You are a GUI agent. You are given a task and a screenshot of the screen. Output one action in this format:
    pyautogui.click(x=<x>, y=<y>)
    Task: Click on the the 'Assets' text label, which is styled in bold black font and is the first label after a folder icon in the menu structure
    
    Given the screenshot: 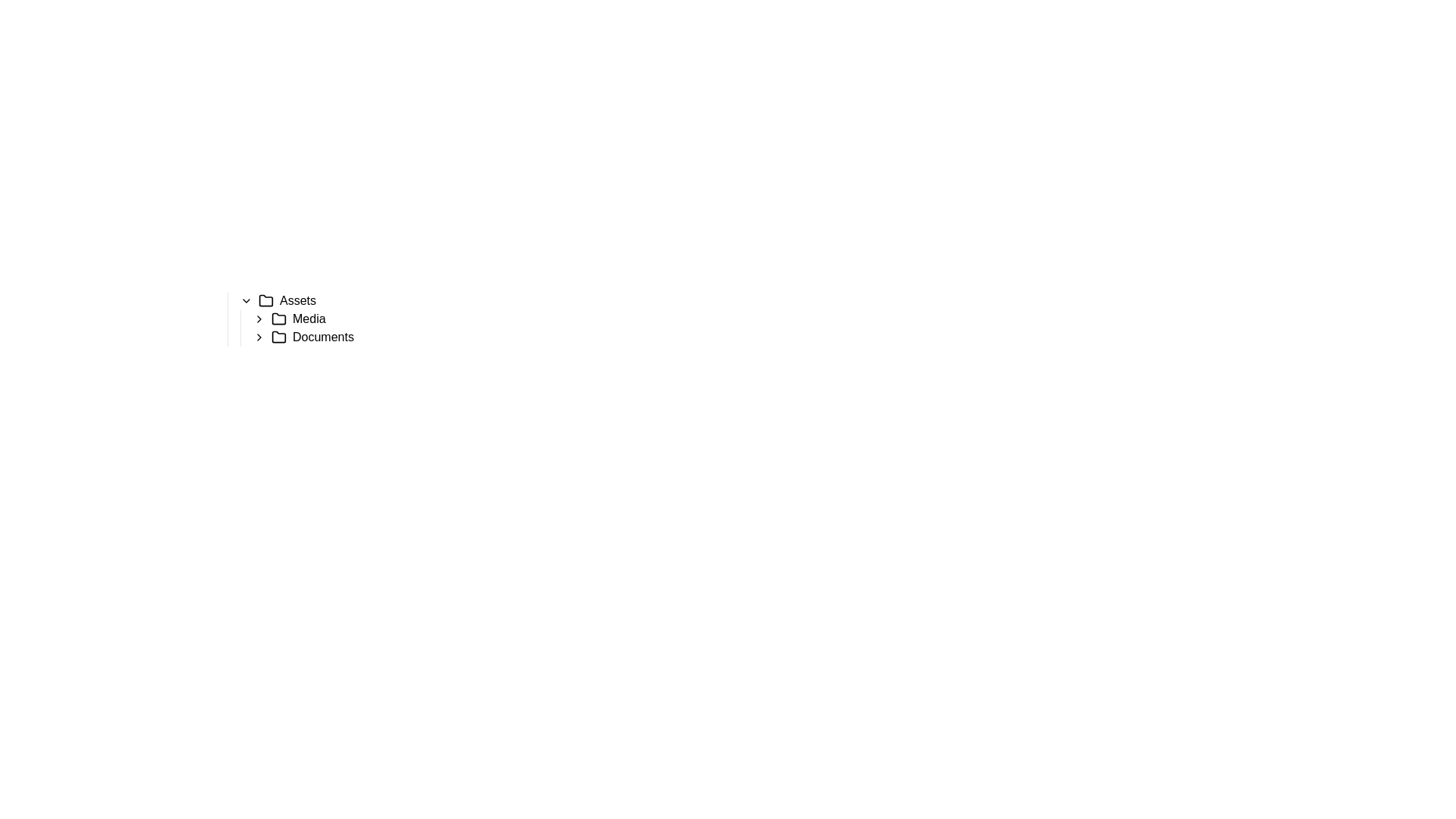 What is the action you would take?
    pyautogui.click(x=298, y=301)
    